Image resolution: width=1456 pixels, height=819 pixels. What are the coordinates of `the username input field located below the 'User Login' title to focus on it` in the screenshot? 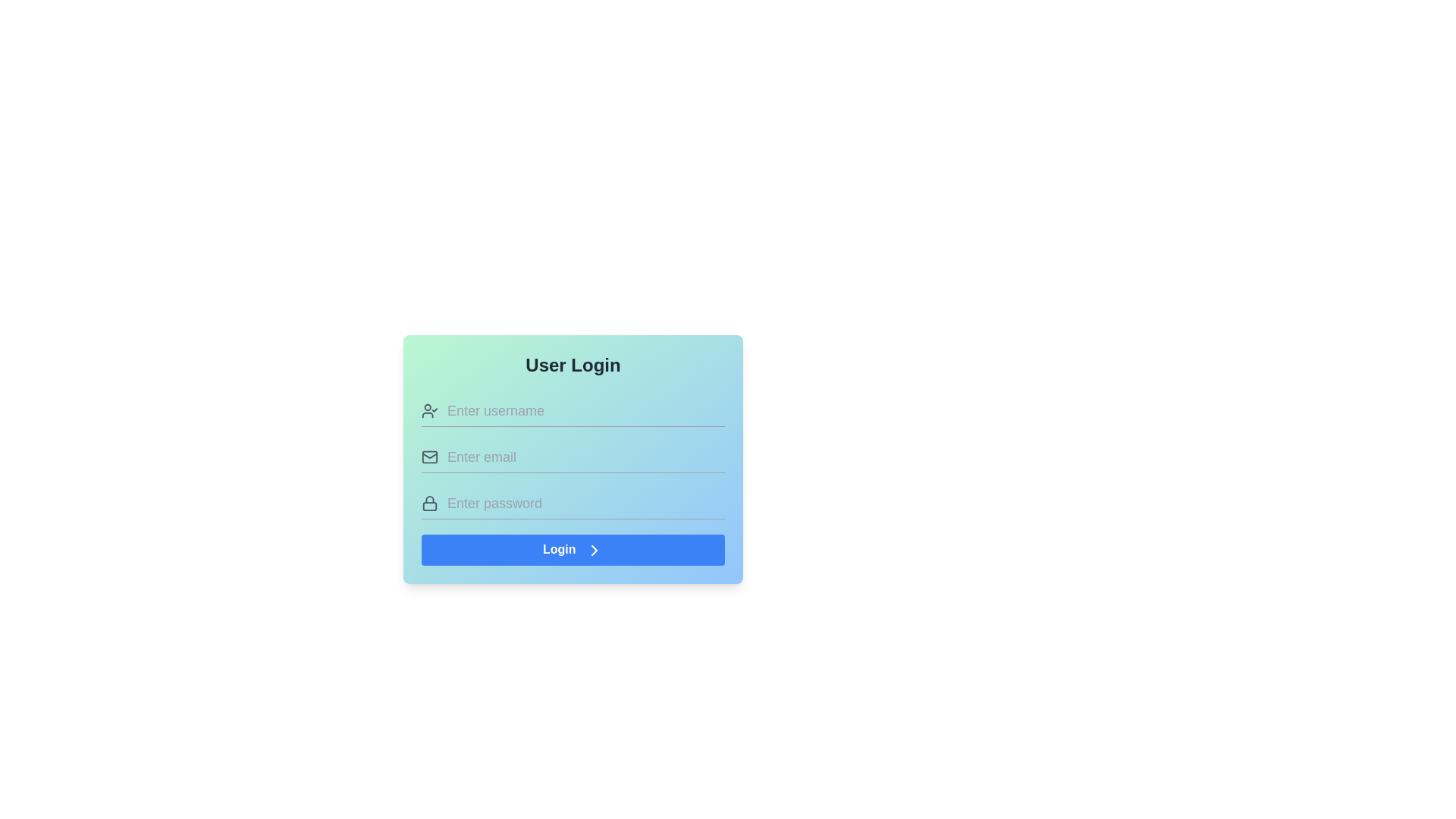 It's located at (572, 411).